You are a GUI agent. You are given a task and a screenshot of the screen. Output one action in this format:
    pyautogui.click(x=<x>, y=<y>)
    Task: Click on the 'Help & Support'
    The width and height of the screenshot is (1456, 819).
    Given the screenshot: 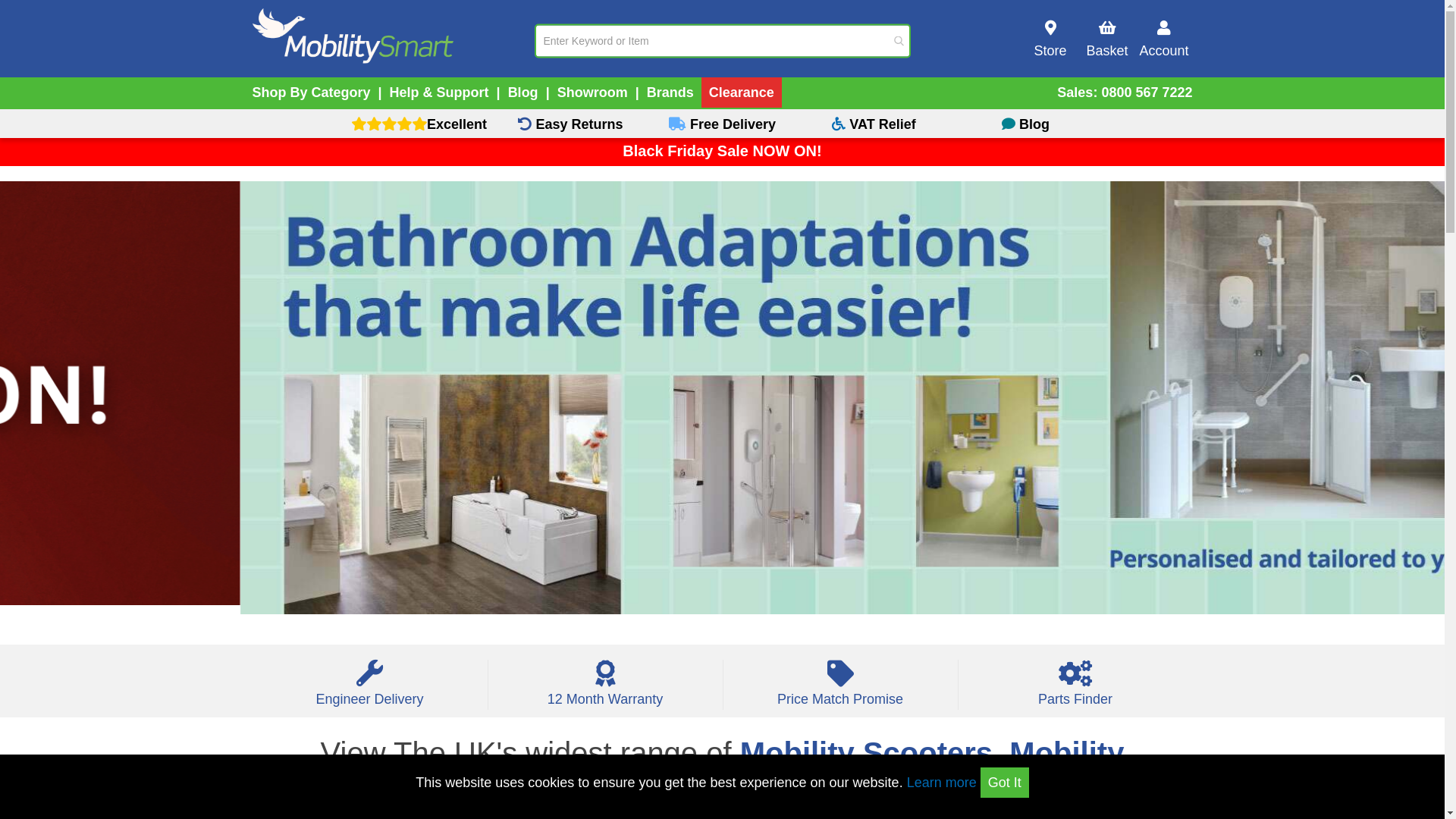 What is the action you would take?
    pyautogui.click(x=438, y=93)
    